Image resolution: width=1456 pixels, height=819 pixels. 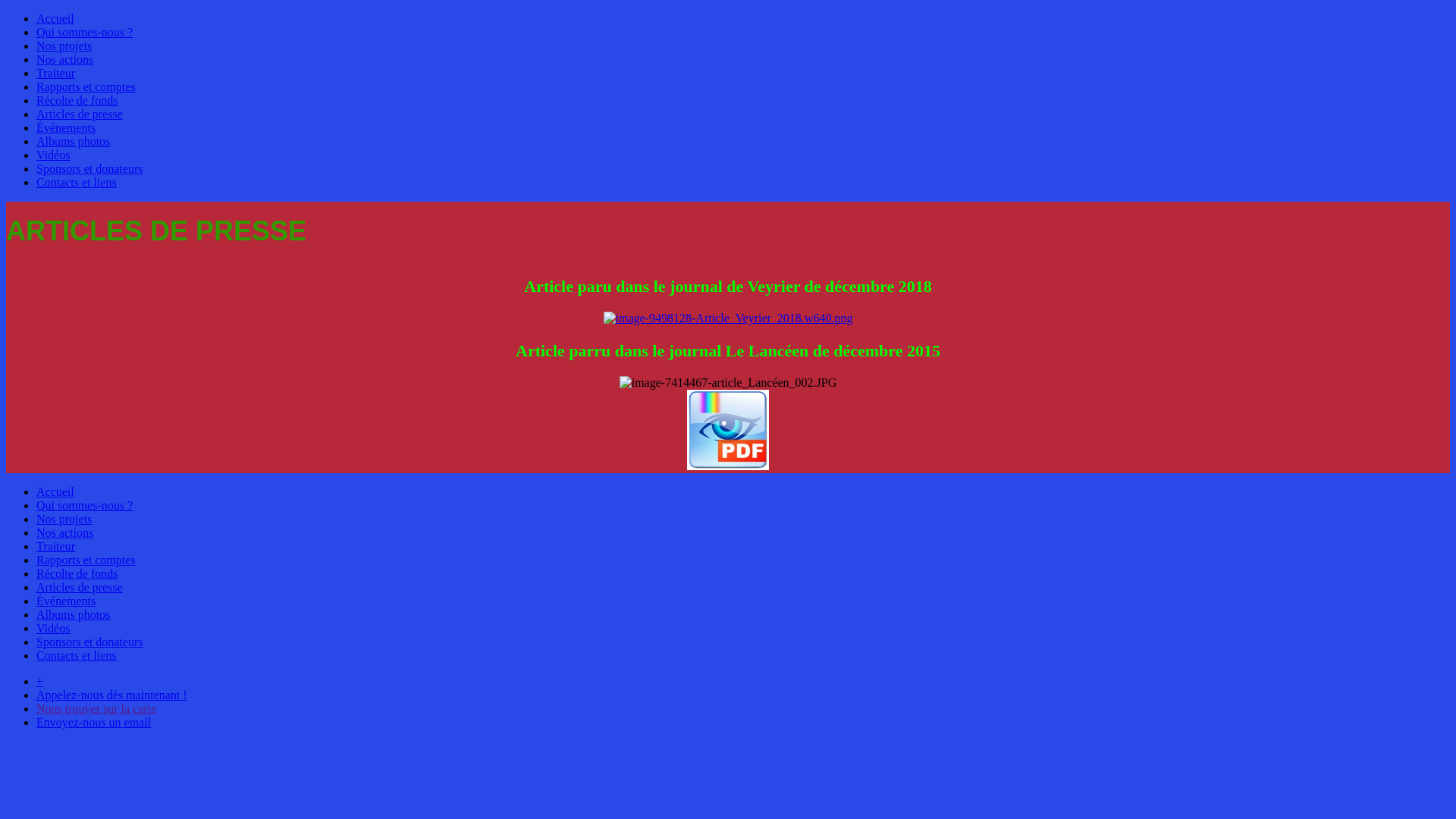 What do you see at coordinates (72, 614) in the screenshot?
I see `'Albums photos'` at bounding box center [72, 614].